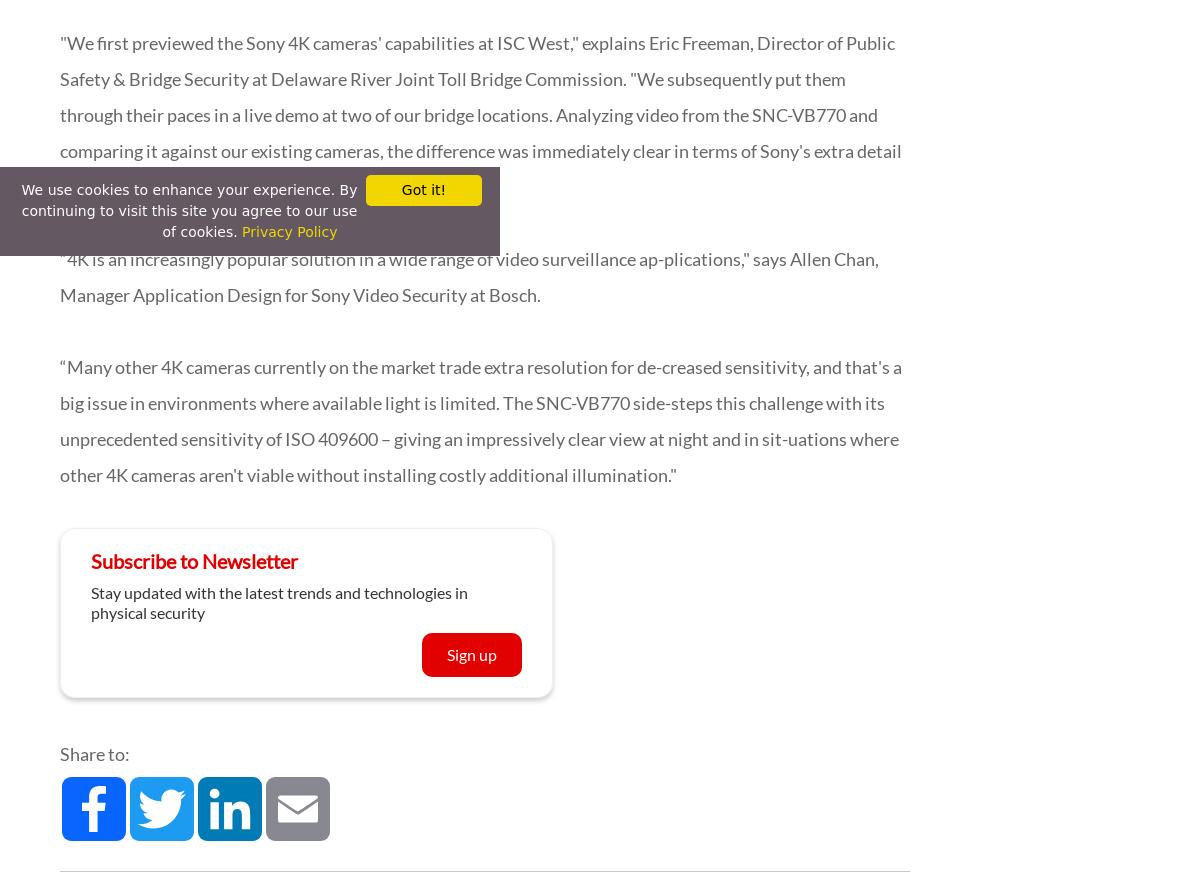 The width and height of the screenshot is (1200, 872). I want to click on 'Privacy Policy', so click(288, 231).